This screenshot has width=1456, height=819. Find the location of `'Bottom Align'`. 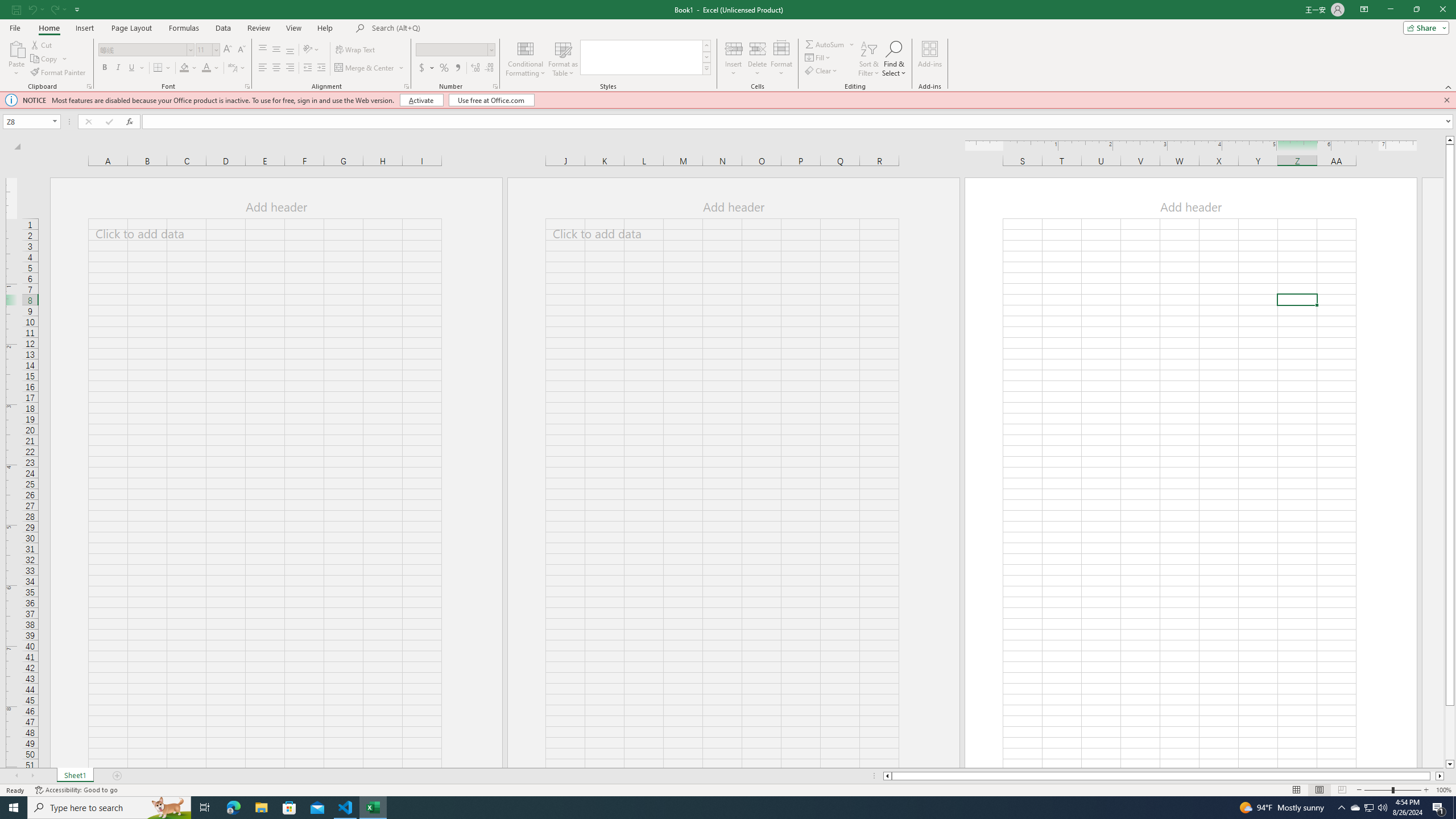

'Bottom Align' is located at coordinates (289, 49).